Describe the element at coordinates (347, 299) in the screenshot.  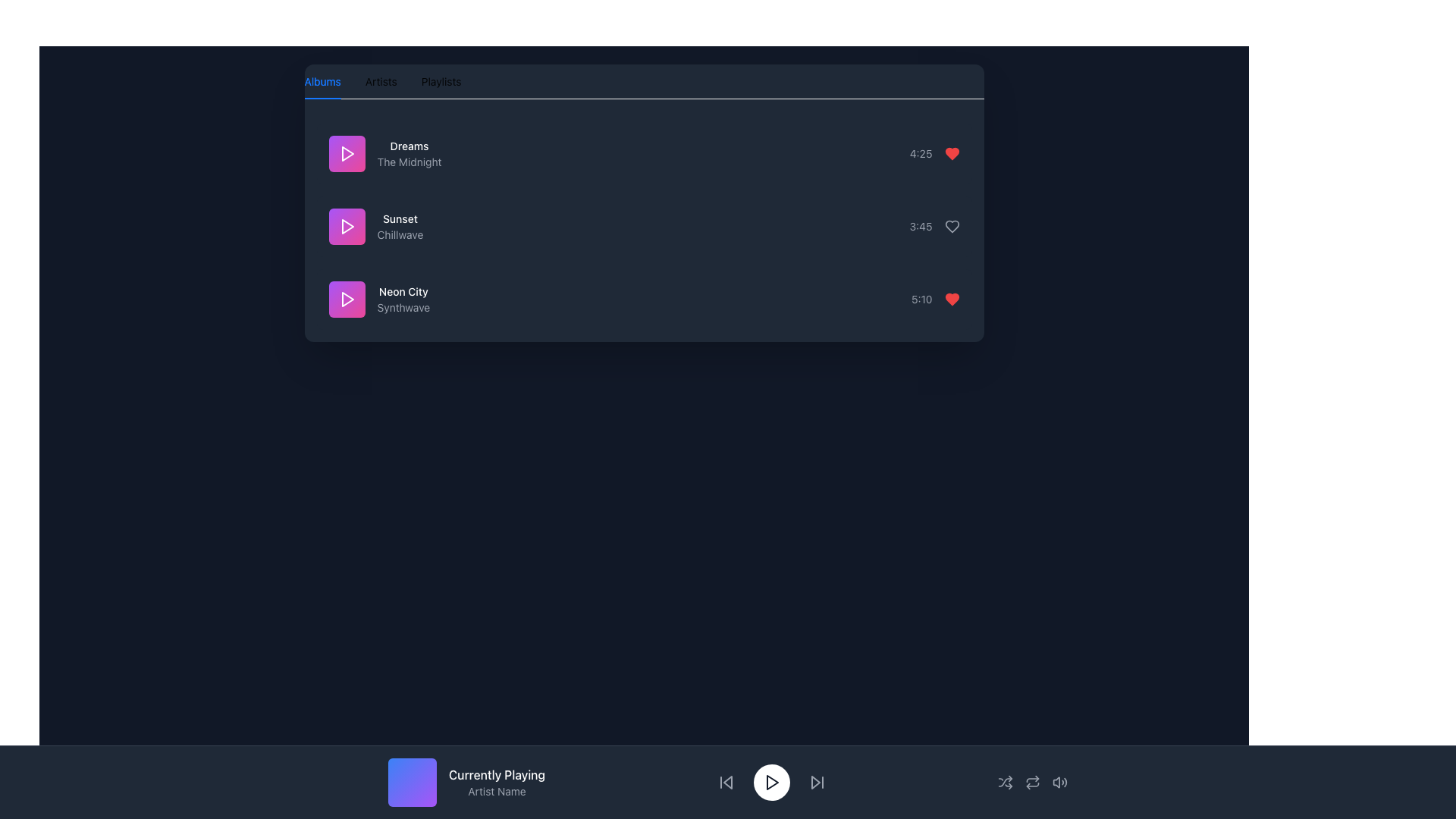
I see `the play icon, which is a rightward-pointing triangle inside a pink-bordered square` at that location.